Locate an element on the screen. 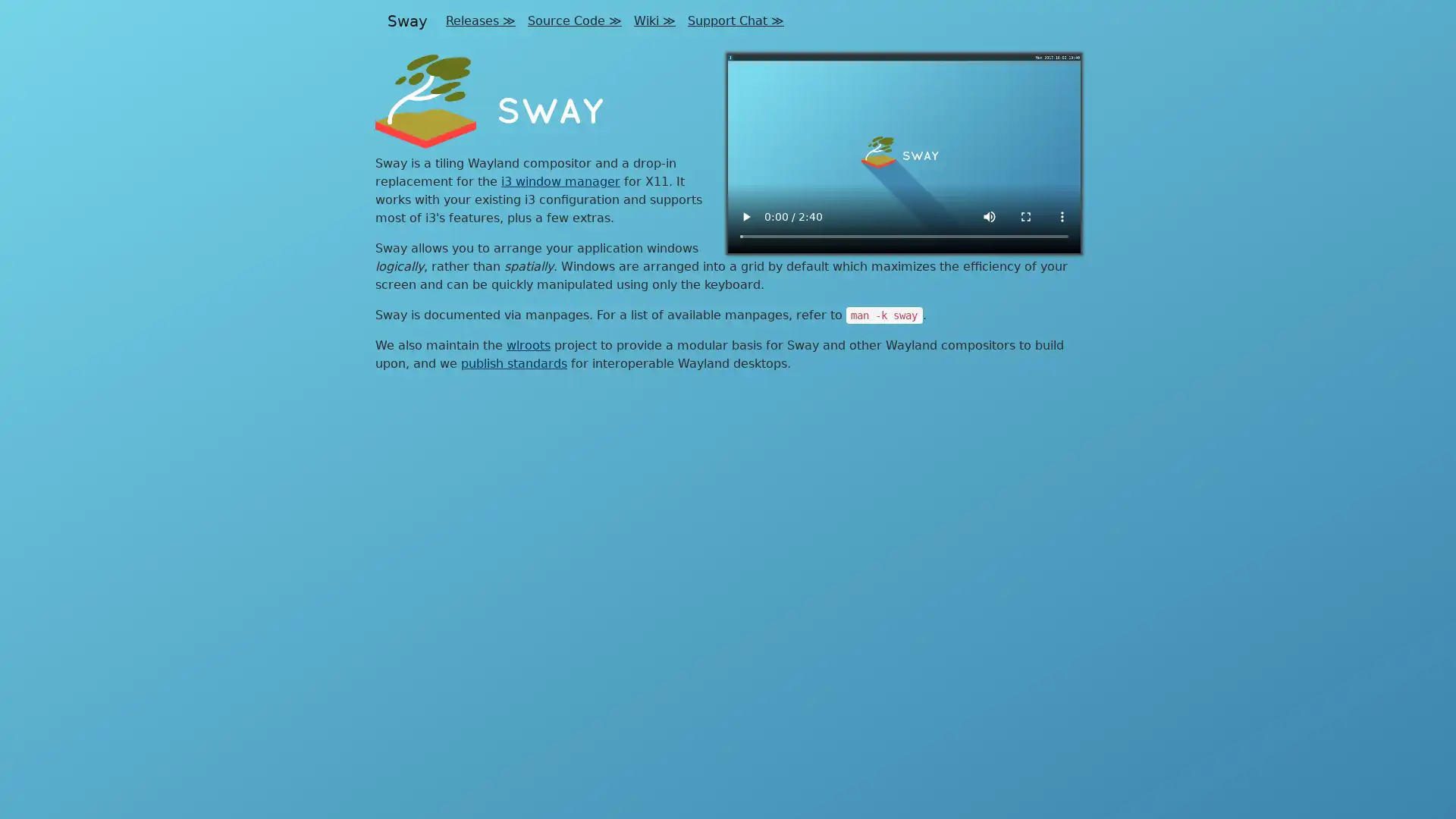 This screenshot has height=819, width=1456. show more media controls is located at coordinates (1062, 216).